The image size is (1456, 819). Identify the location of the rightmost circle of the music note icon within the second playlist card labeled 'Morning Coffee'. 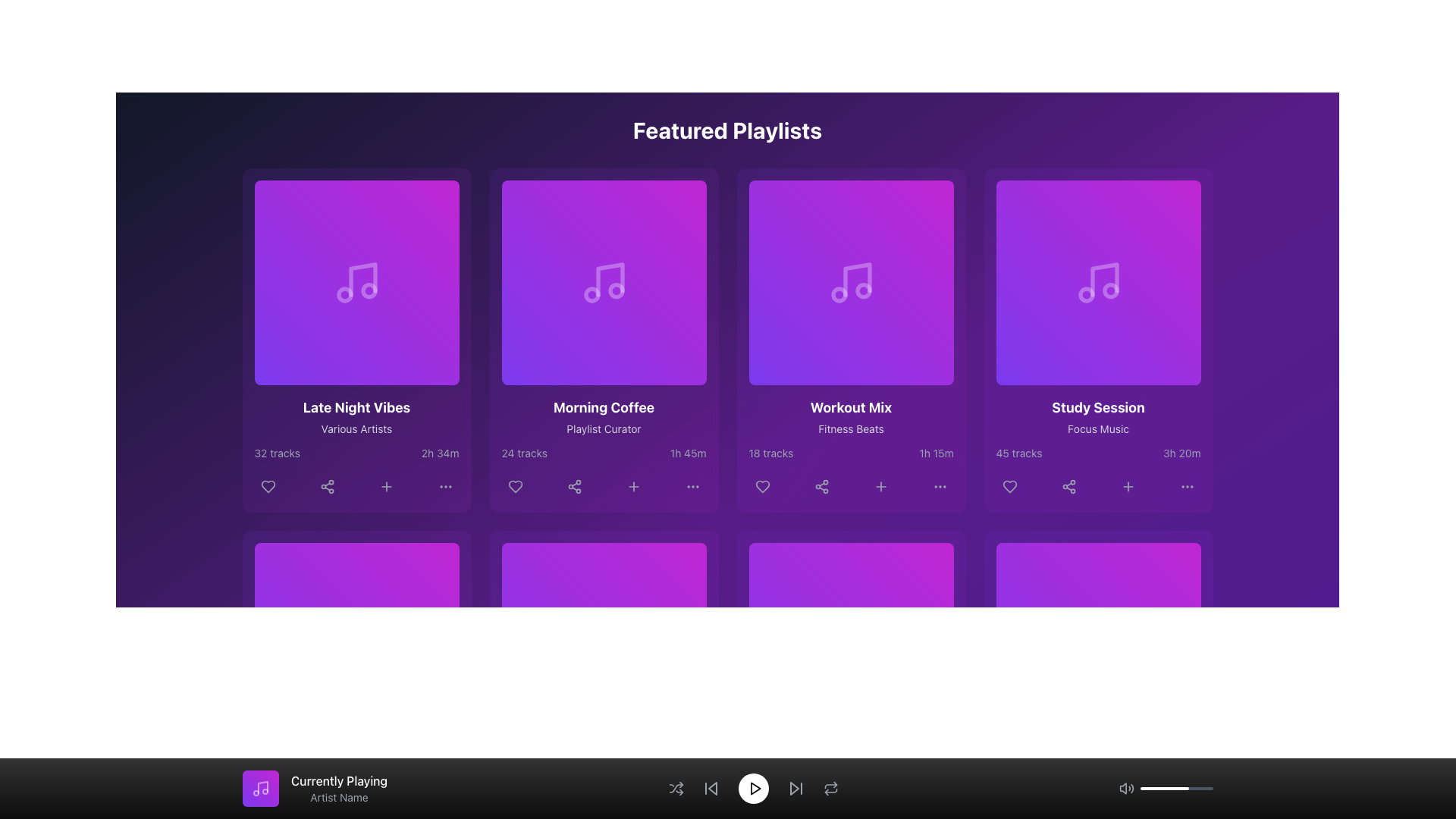
(616, 290).